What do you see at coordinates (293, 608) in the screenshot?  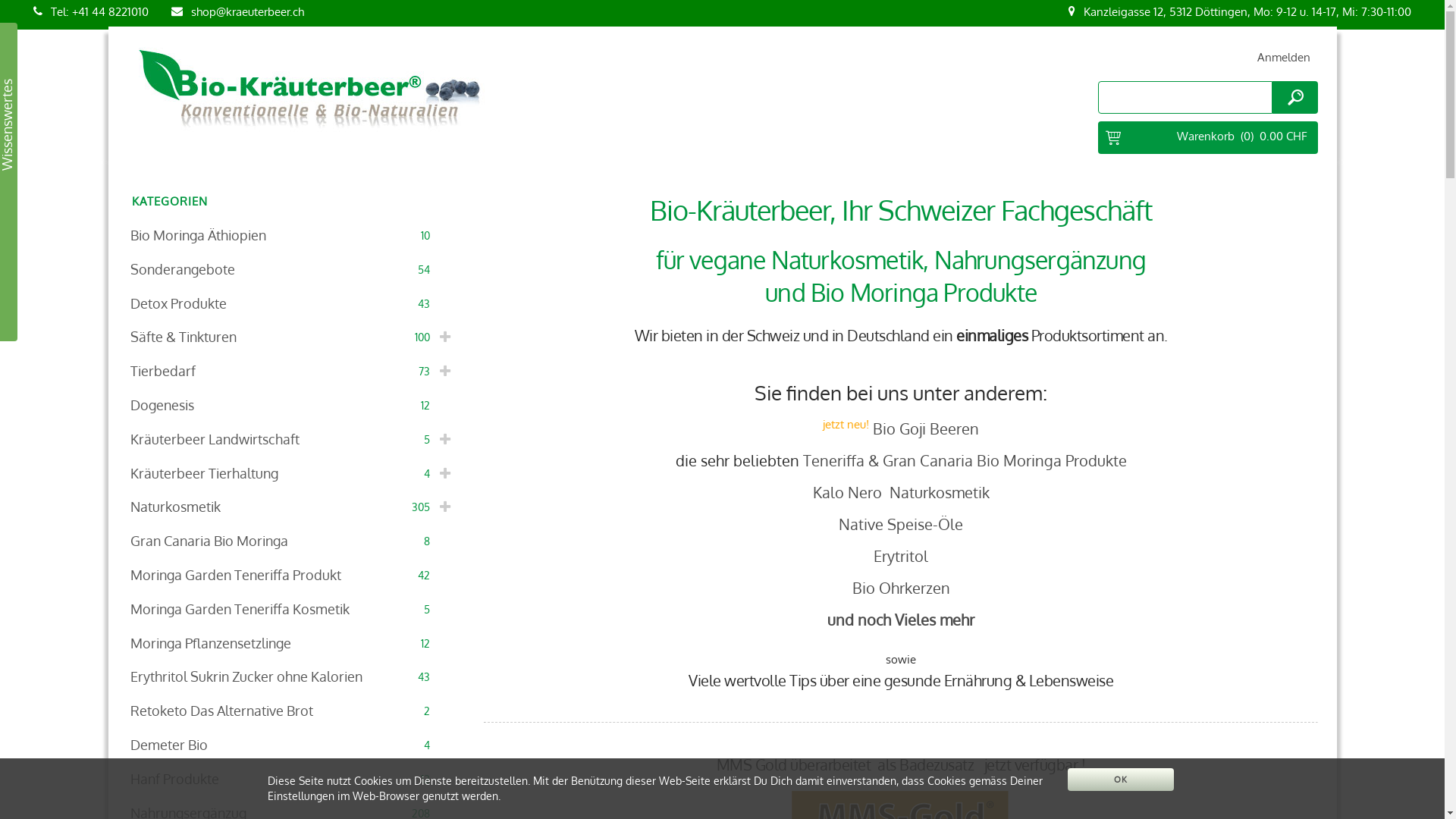 I see `'Moringa Garden Teneriffa Kosmetik` at bounding box center [293, 608].